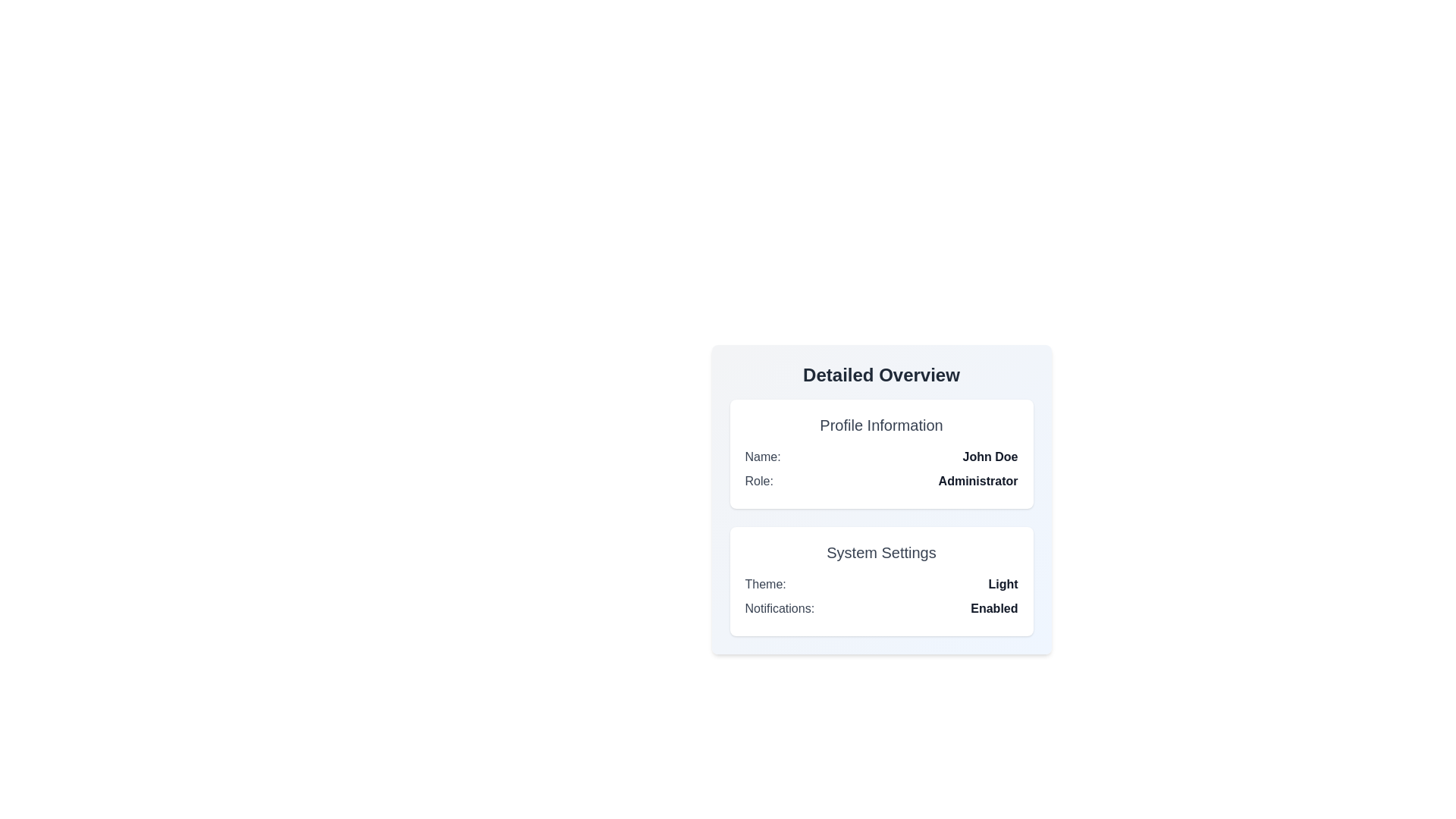  Describe the element at coordinates (994, 607) in the screenshot. I see `the static text label displaying the current notification state, which shows 'Enabled', located under the 'System Settings' section next to 'Notifications:'` at that location.